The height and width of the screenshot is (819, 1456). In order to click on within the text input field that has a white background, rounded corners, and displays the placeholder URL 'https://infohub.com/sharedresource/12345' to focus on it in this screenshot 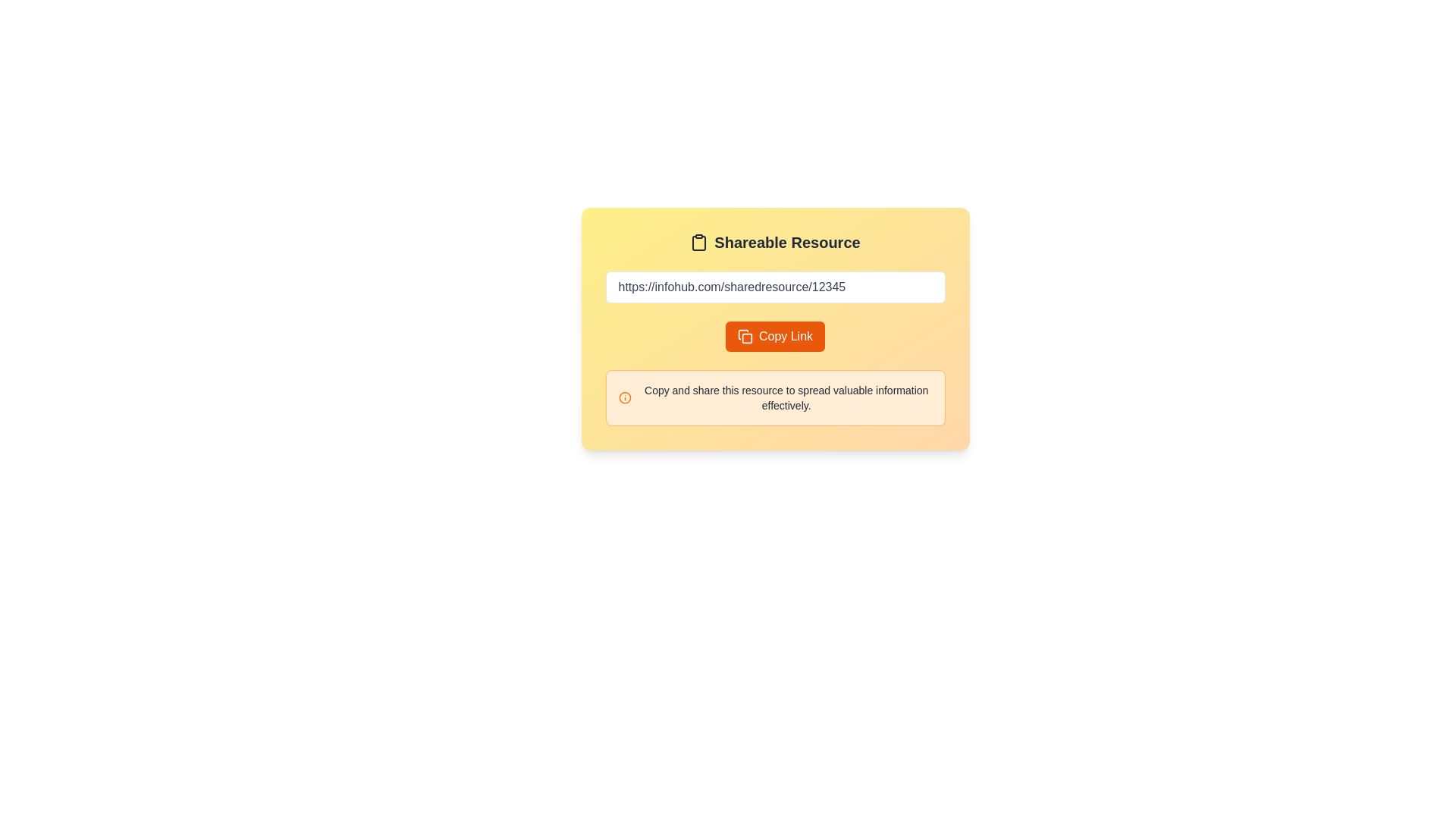, I will do `click(775, 287)`.